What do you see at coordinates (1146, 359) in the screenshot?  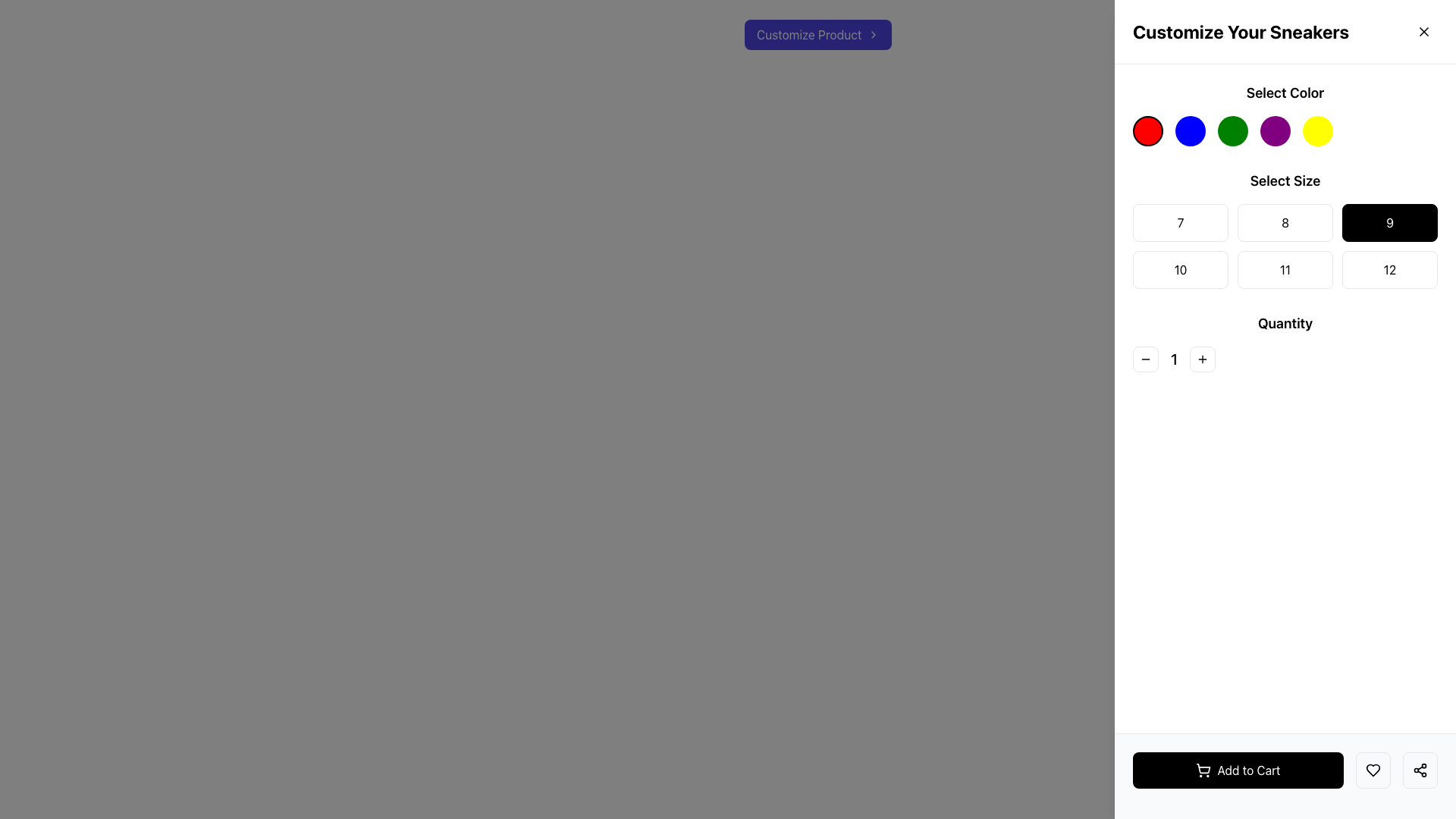 I see `the Decrement Button located in the lower central part of the right panel of the interface, adjacent to the numeric input field` at bounding box center [1146, 359].